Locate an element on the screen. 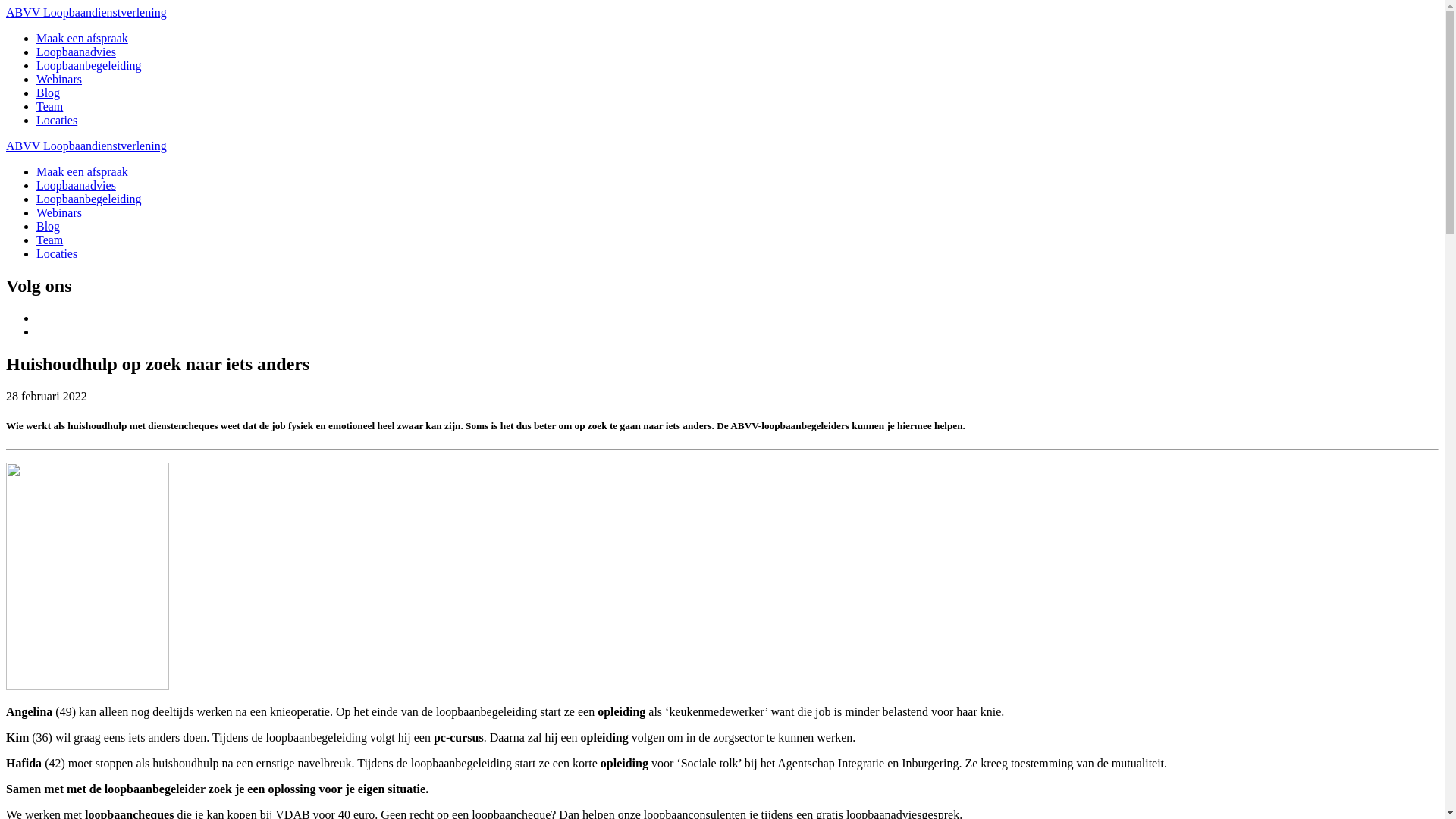  'Locaties' is located at coordinates (57, 253).